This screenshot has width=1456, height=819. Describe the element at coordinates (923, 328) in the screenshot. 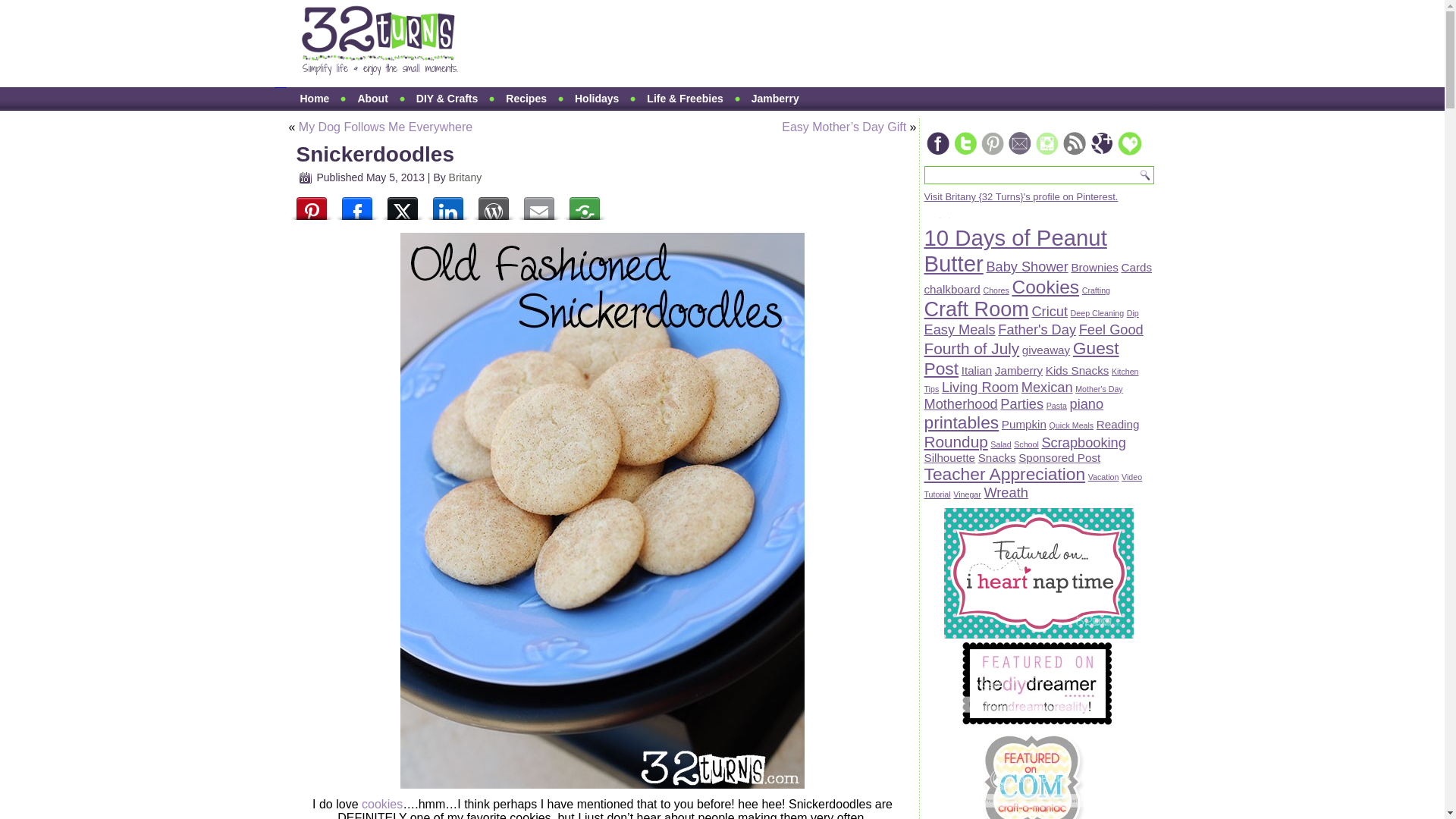

I see `'Easy Meals'` at that location.